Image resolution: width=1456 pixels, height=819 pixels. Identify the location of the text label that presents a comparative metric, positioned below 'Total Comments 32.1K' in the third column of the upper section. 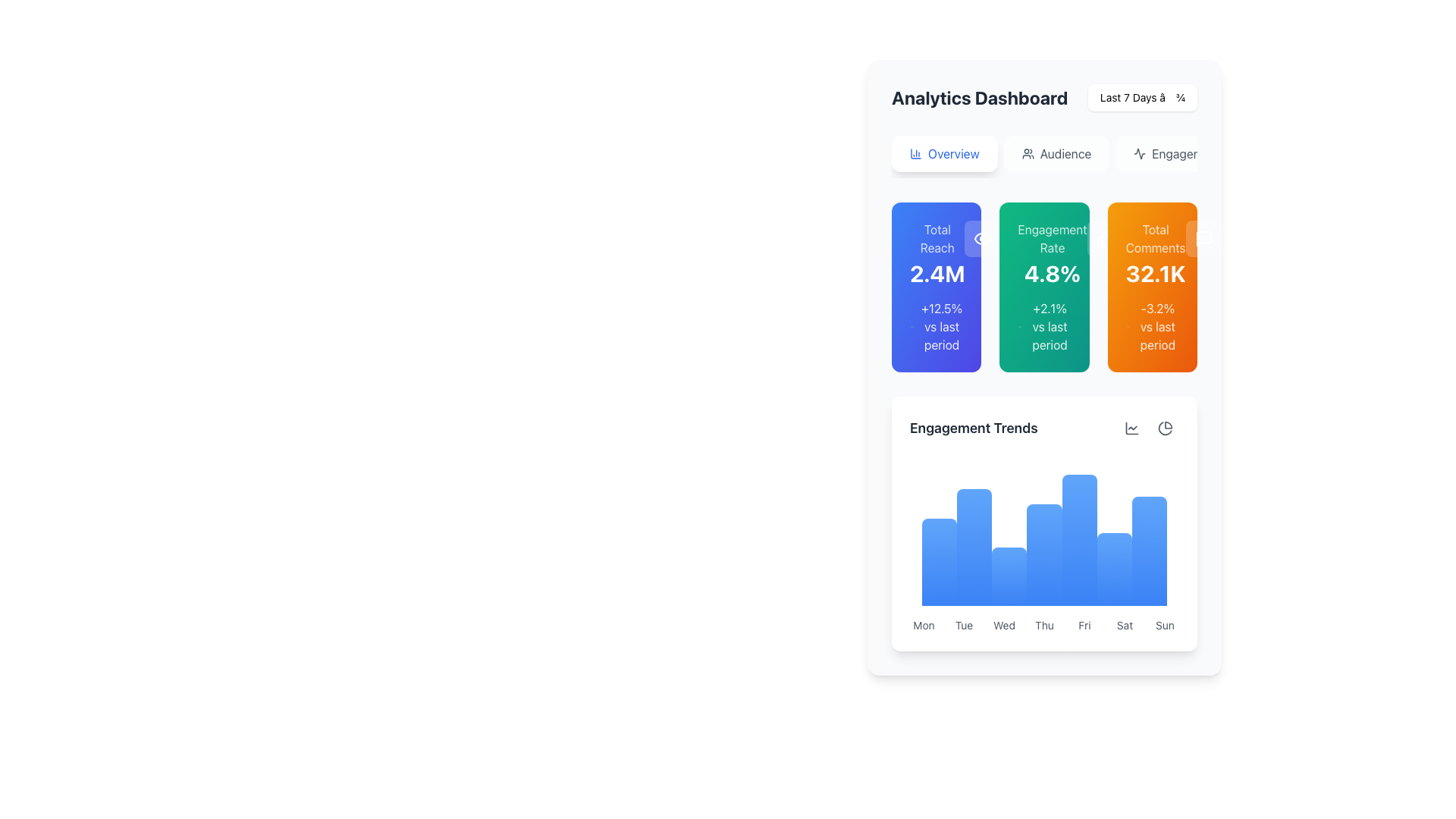
(1156, 326).